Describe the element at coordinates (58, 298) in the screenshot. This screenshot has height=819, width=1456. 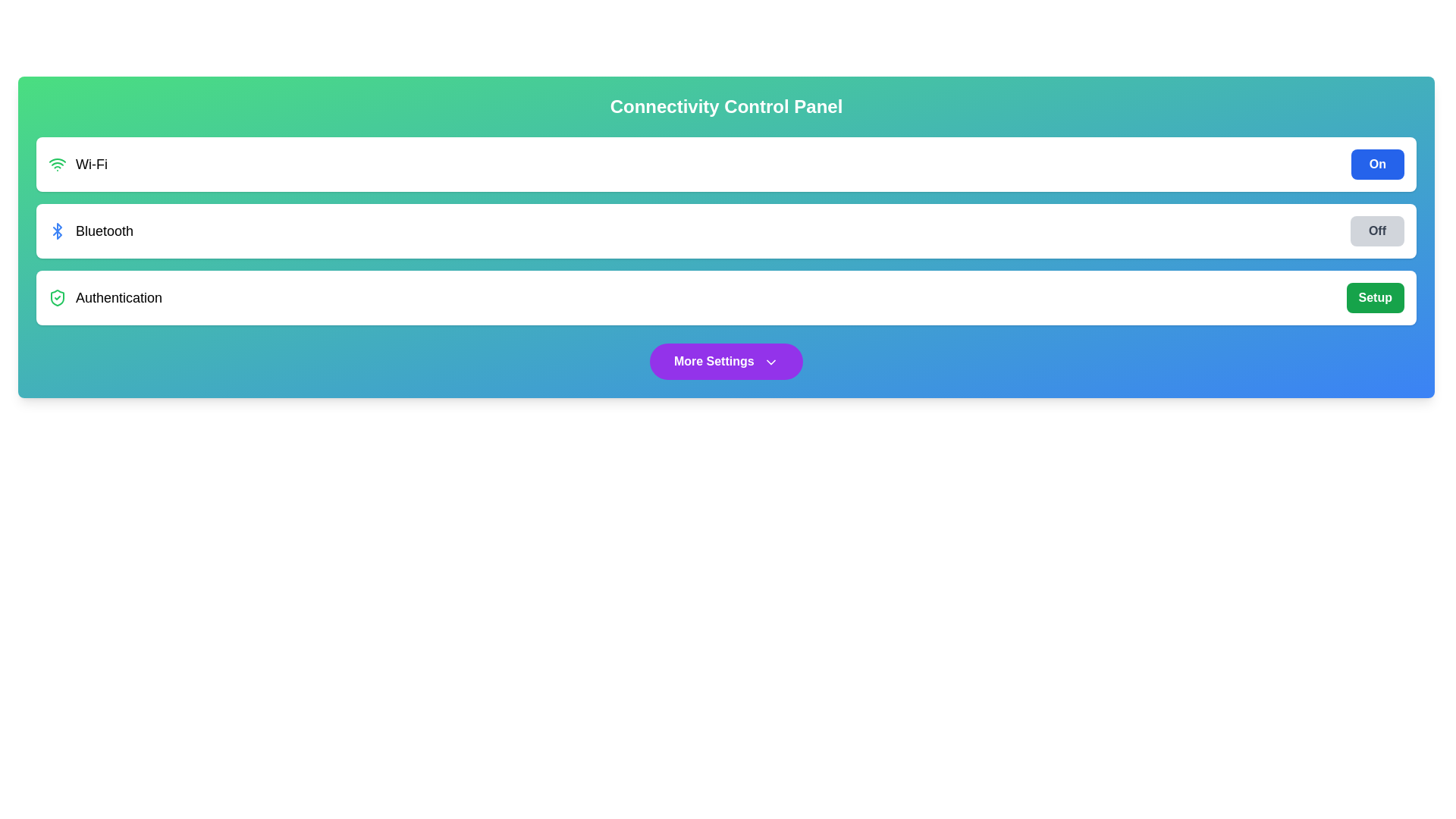
I see `the status indicator icon located in the 'Authentication' section, which is positioned to the far left of the text label 'Authentication'` at that location.